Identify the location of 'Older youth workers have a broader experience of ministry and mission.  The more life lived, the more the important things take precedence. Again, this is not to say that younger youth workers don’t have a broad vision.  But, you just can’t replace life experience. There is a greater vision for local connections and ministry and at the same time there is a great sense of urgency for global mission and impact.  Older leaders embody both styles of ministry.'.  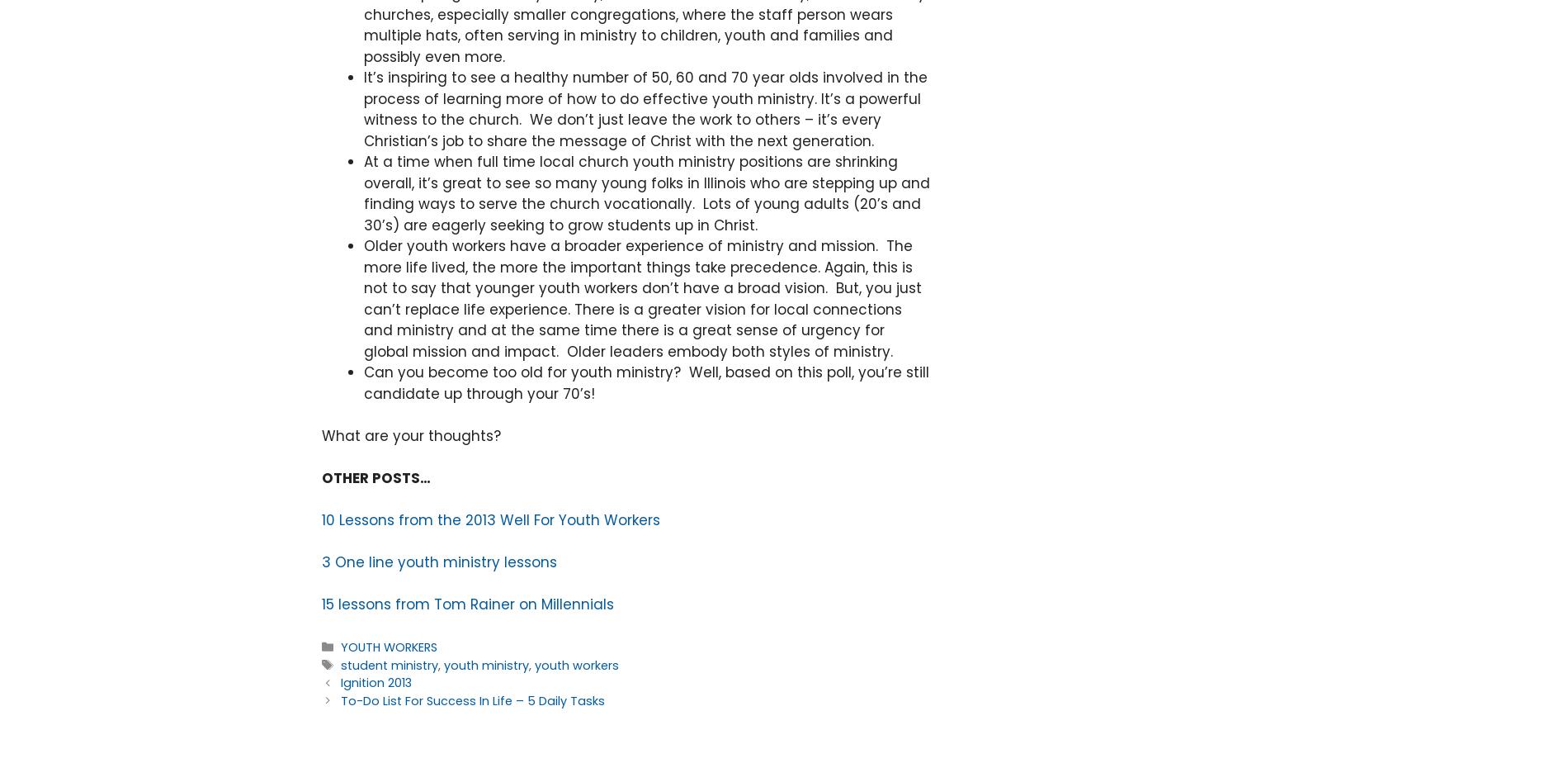
(362, 298).